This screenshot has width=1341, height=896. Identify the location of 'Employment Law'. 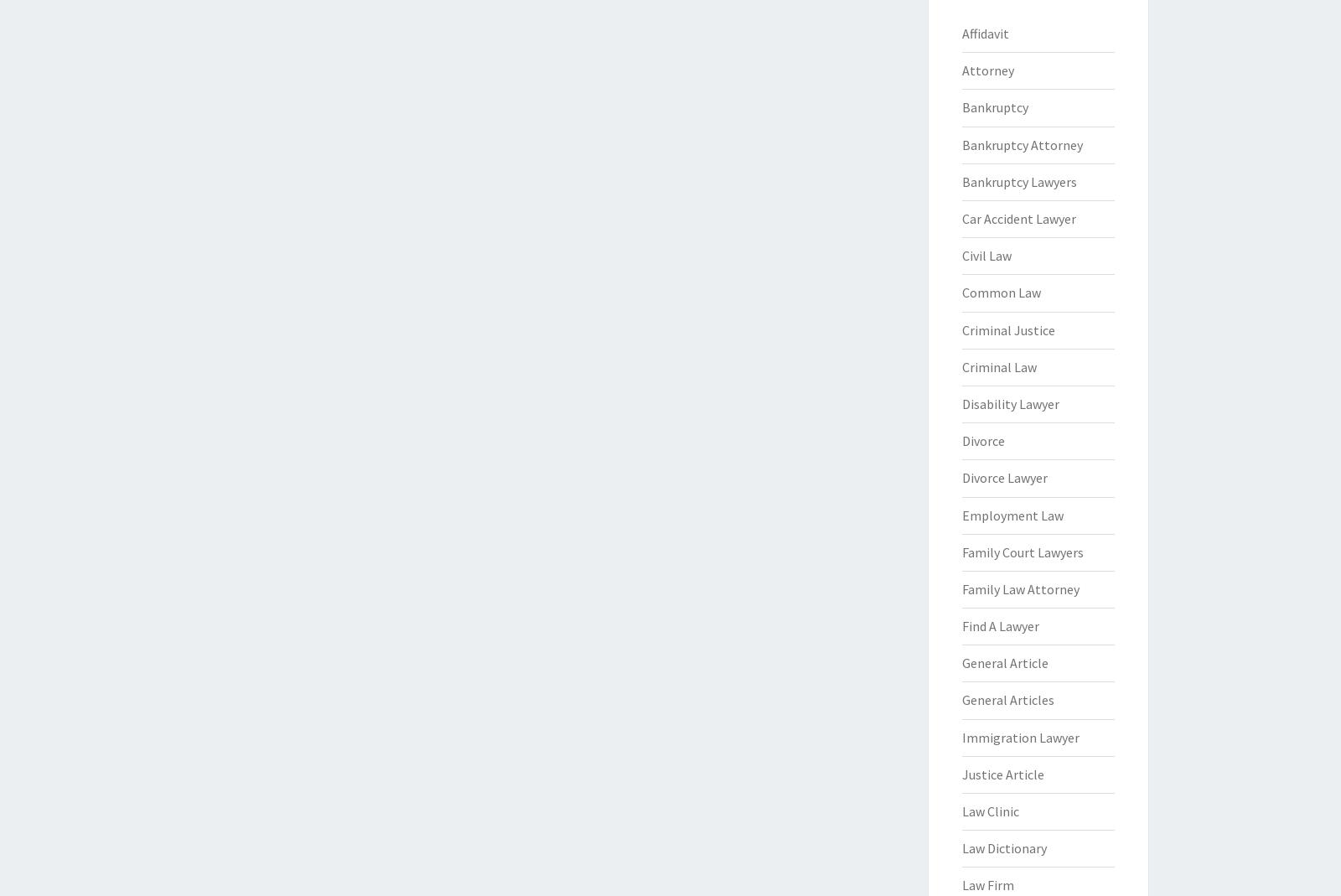
(1011, 515).